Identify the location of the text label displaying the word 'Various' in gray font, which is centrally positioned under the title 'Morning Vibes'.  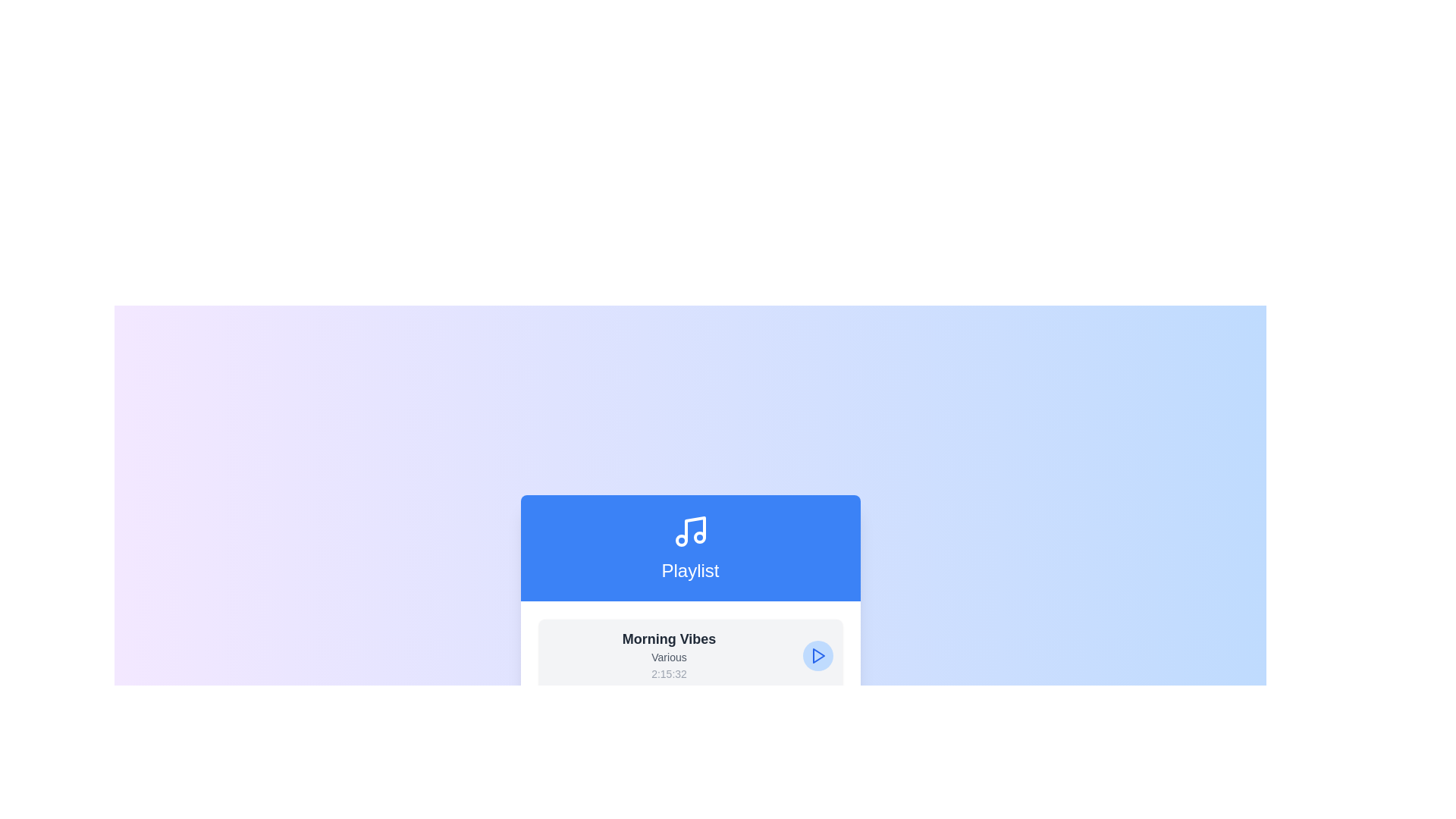
(668, 657).